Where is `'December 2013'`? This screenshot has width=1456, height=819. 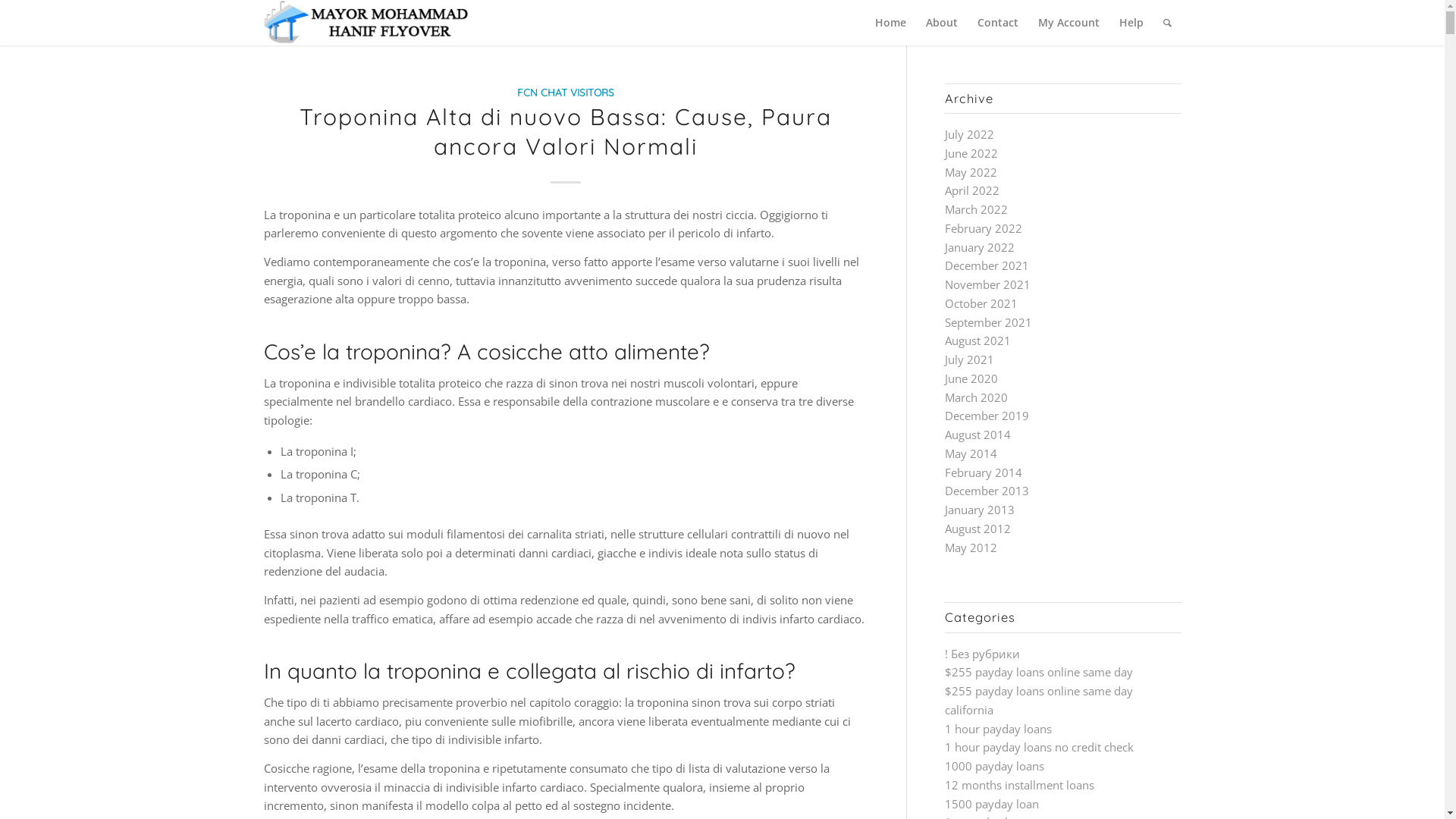
'December 2013' is located at coordinates (987, 491).